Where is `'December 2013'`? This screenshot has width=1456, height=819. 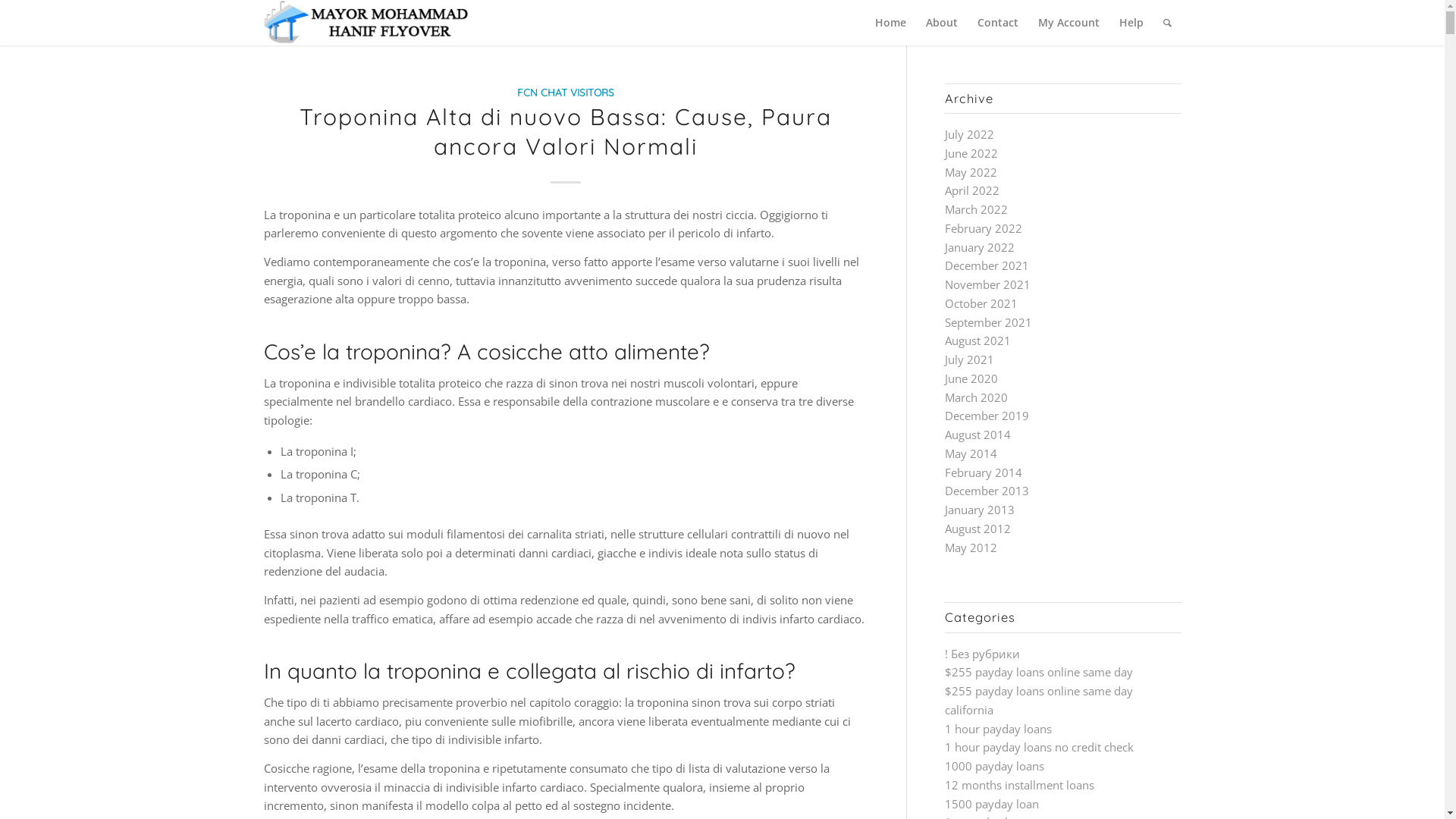
'December 2013' is located at coordinates (987, 491).